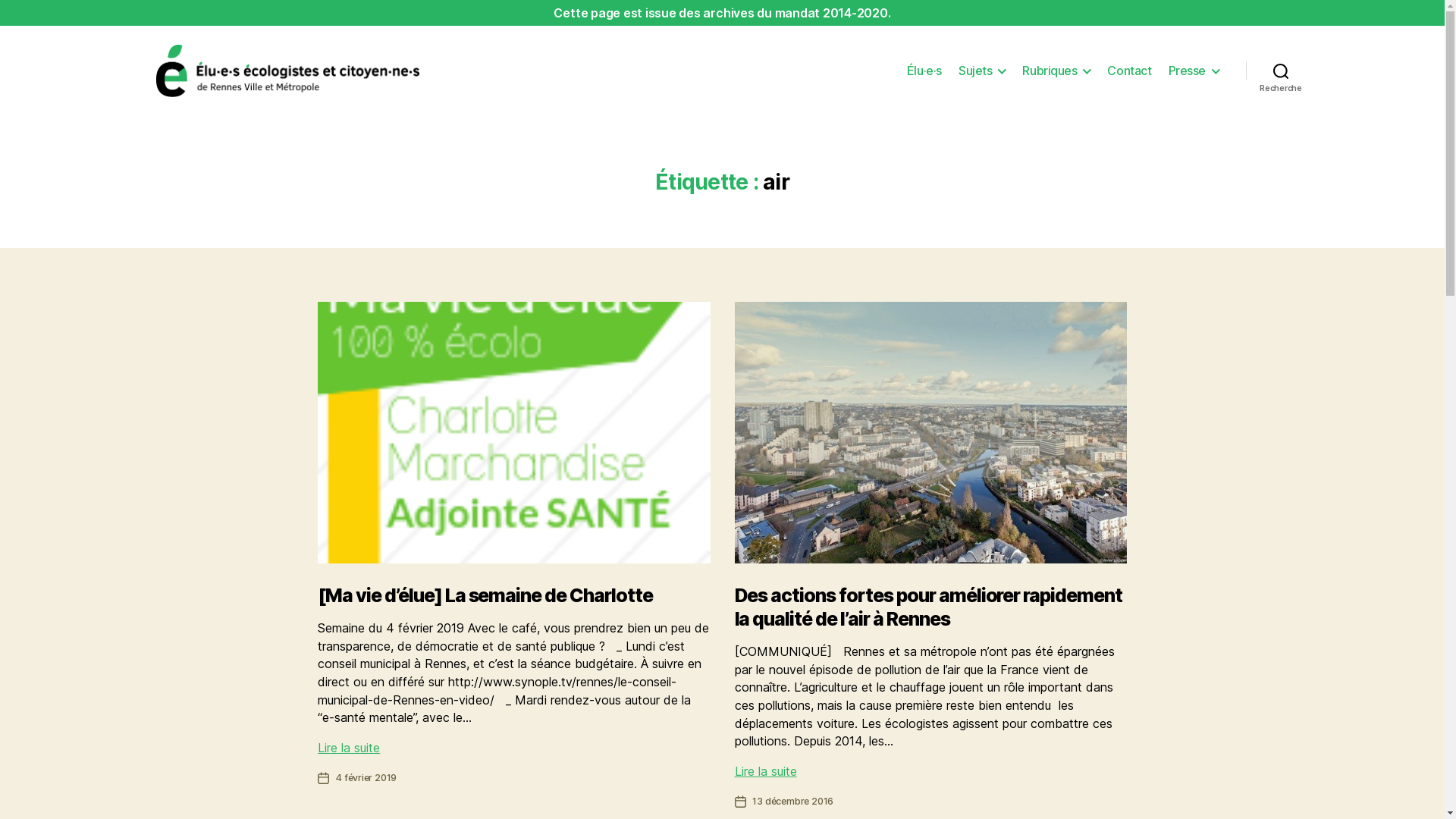  What do you see at coordinates (1193, 71) in the screenshot?
I see `'Presse'` at bounding box center [1193, 71].